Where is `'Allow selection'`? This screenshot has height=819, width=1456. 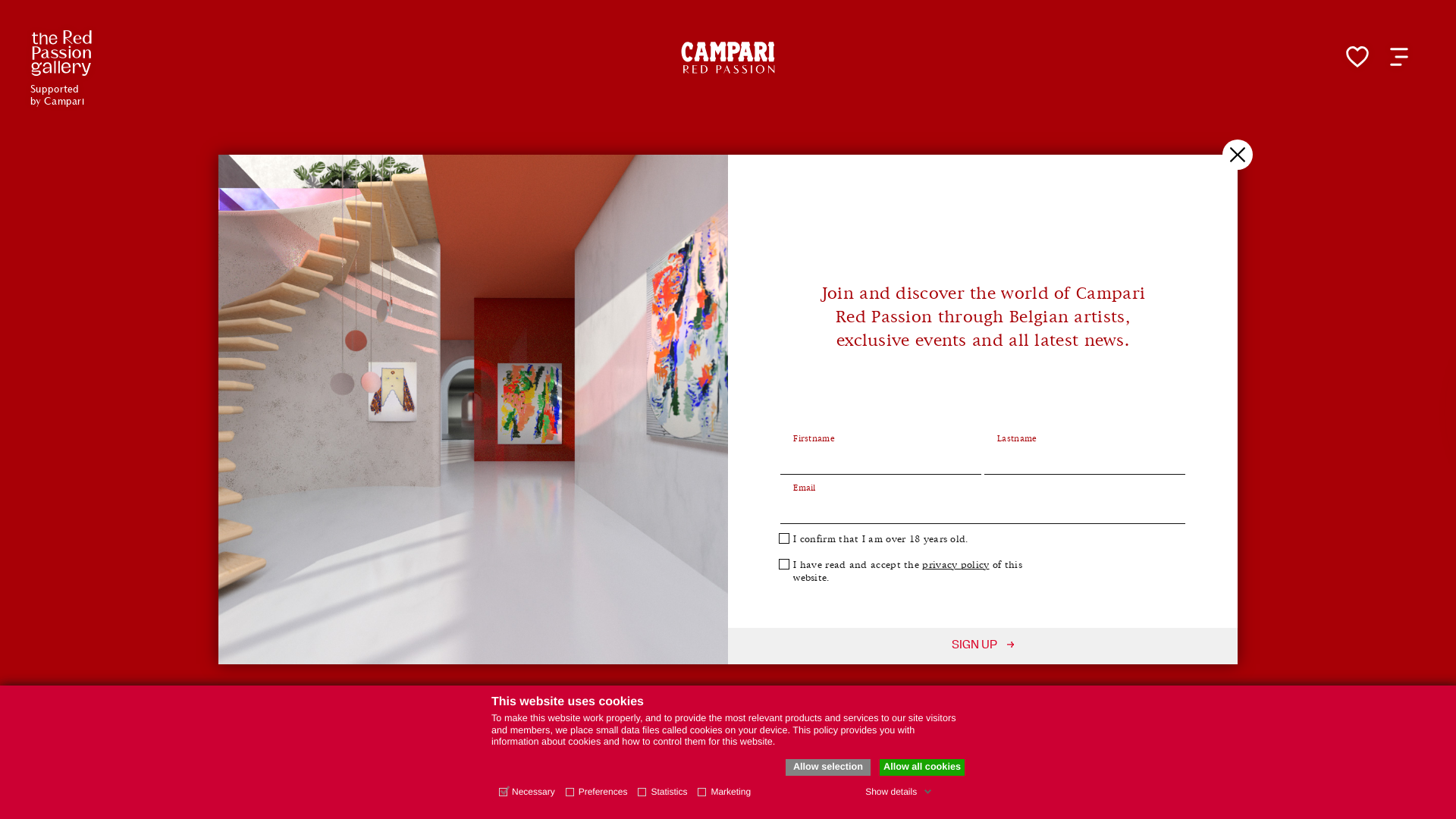
'Allow selection' is located at coordinates (827, 767).